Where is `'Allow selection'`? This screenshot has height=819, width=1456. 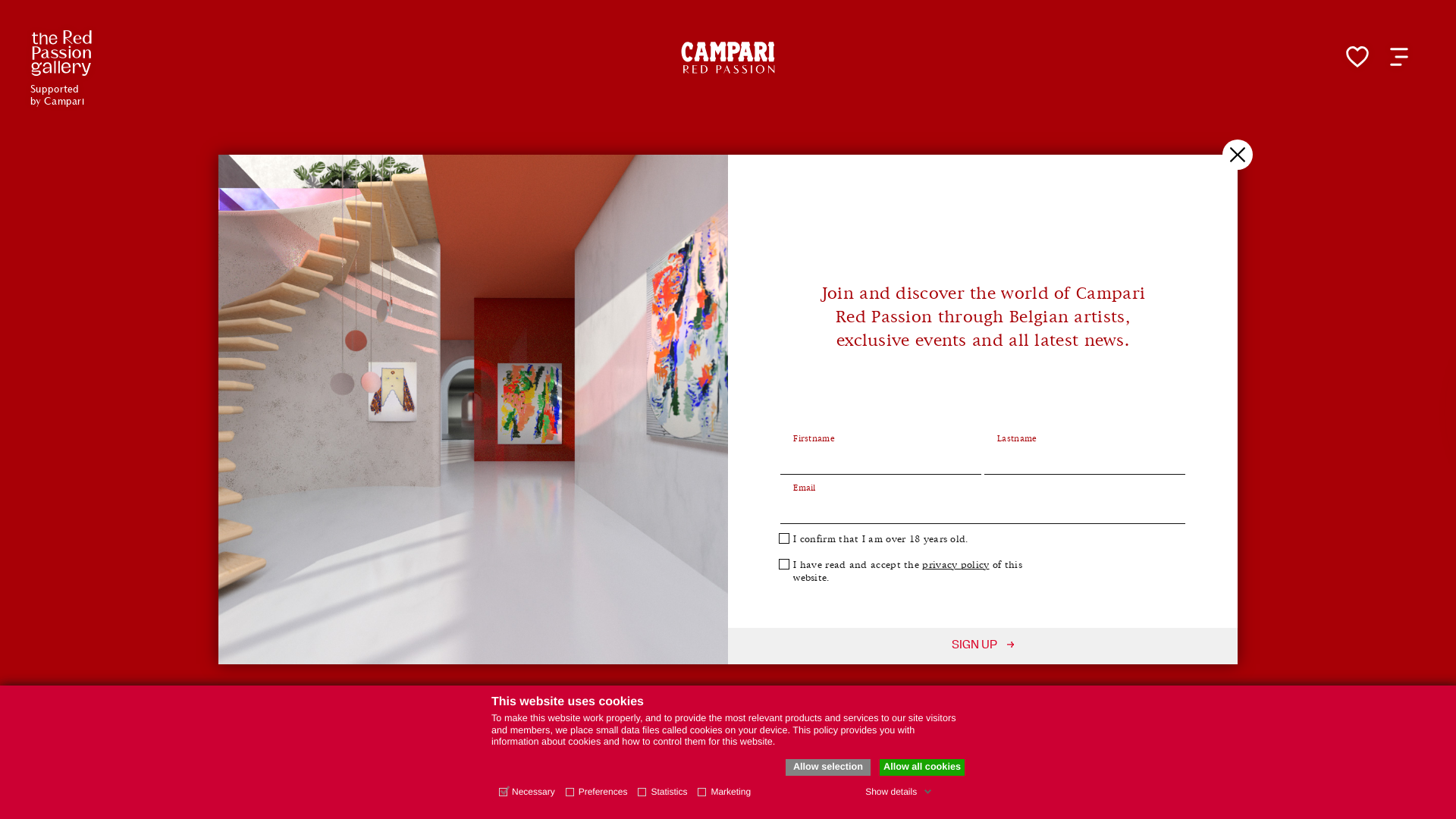
'Allow selection' is located at coordinates (827, 767).